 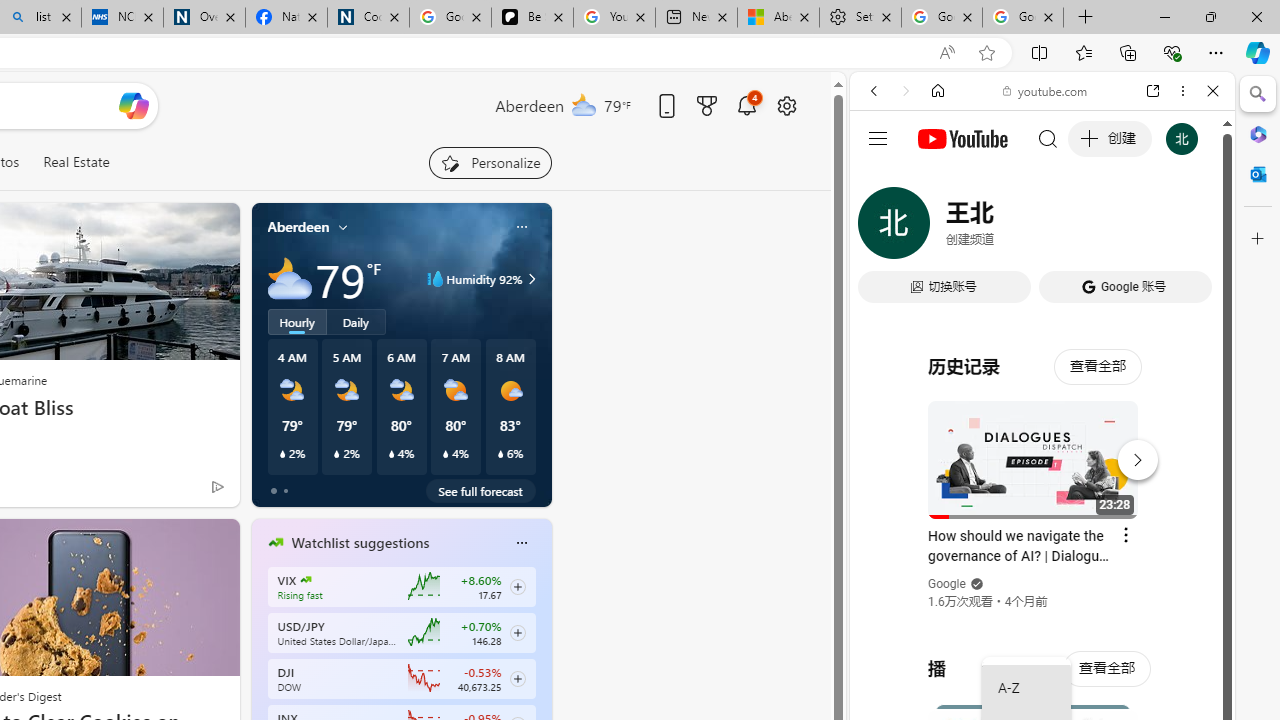 What do you see at coordinates (500, 453) in the screenshot?
I see `'Class: weather-current-precipitation-glyph'` at bounding box center [500, 453].